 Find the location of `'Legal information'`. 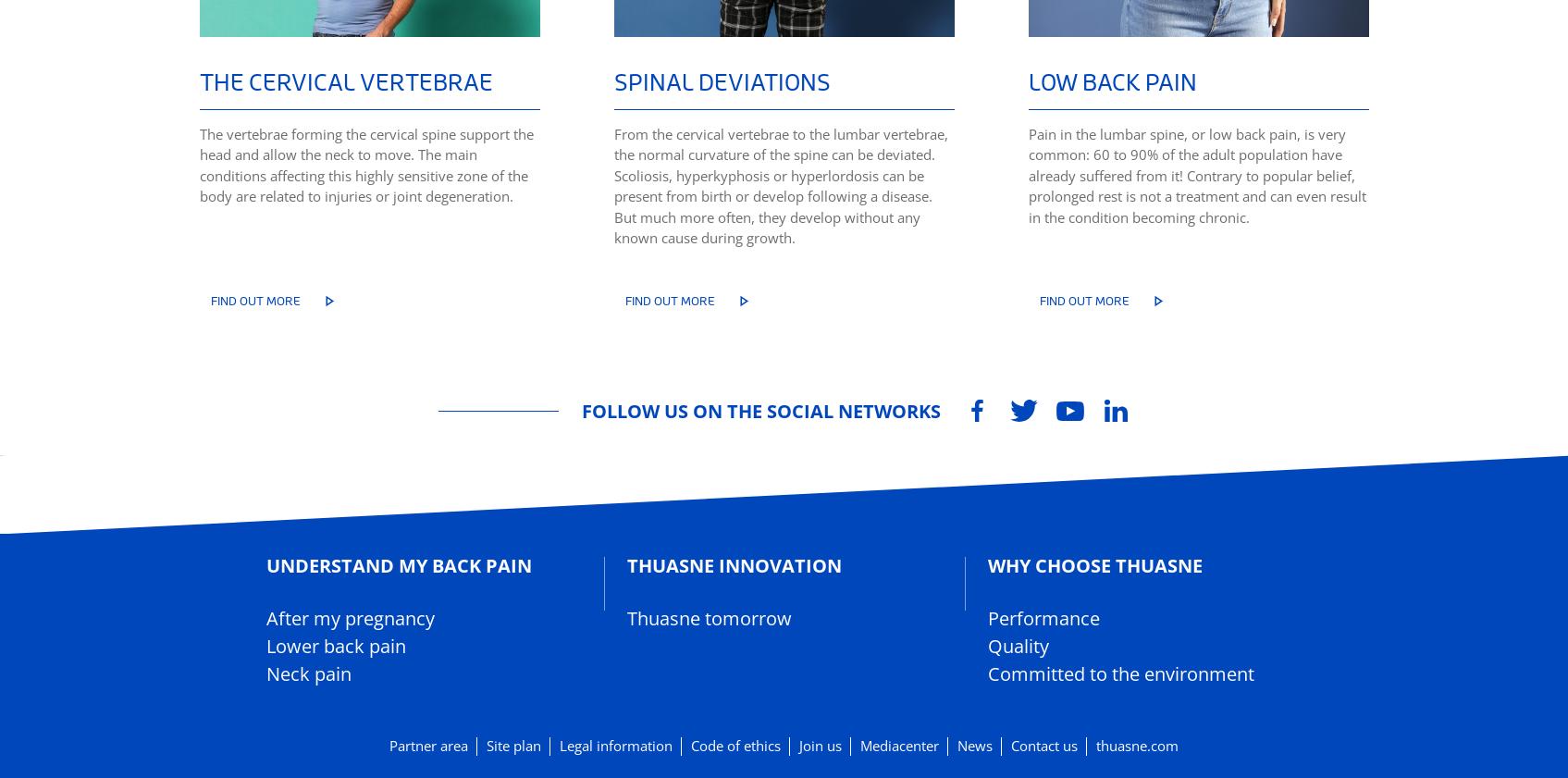

'Legal information' is located at coordinates (615, 746).